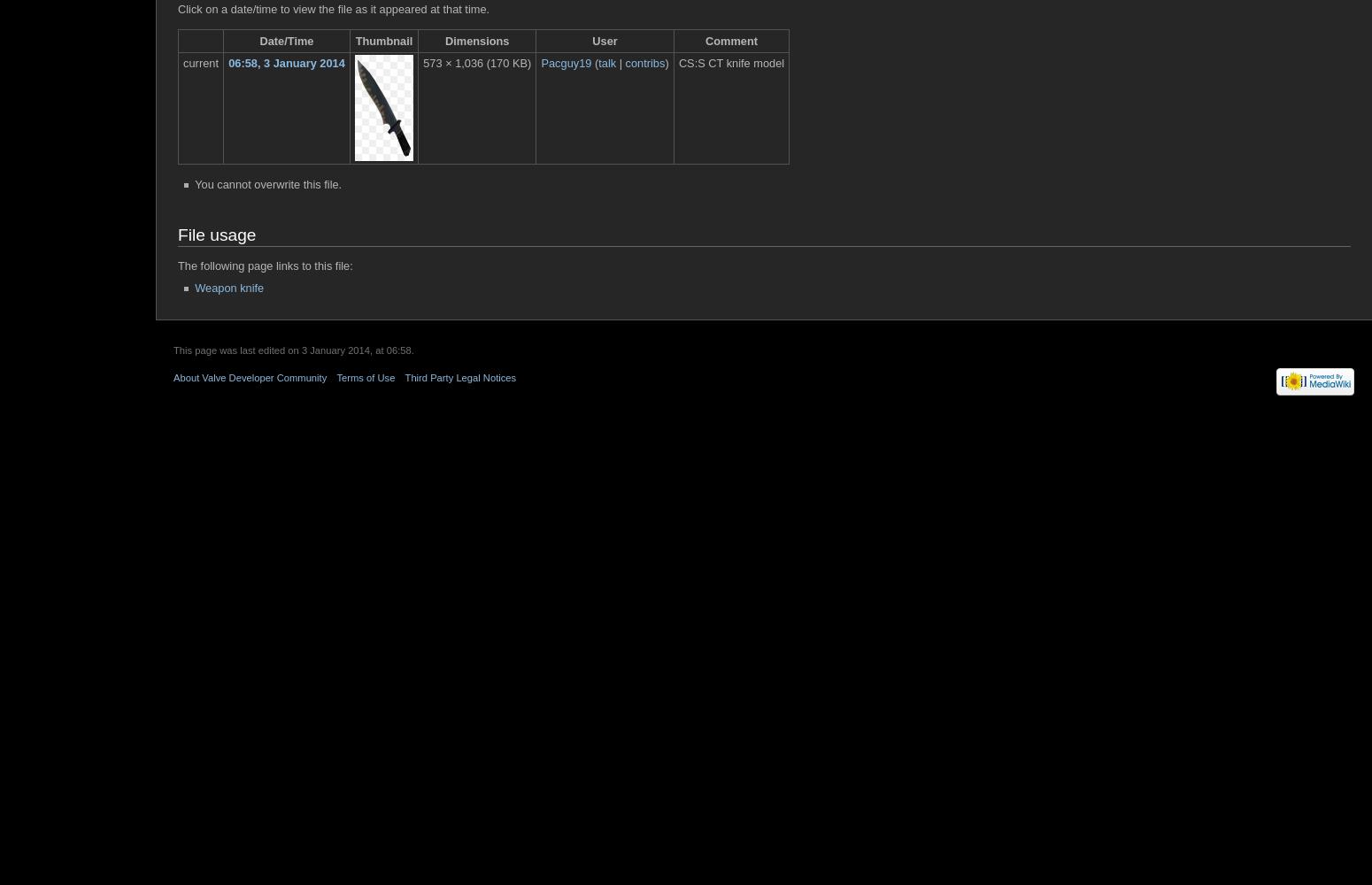 The height and width of the screenshot is (885, 1372). What do you see at coordinates (199, 62) in the screenshot?
I see `'current'` at bounding box center [199, 62].